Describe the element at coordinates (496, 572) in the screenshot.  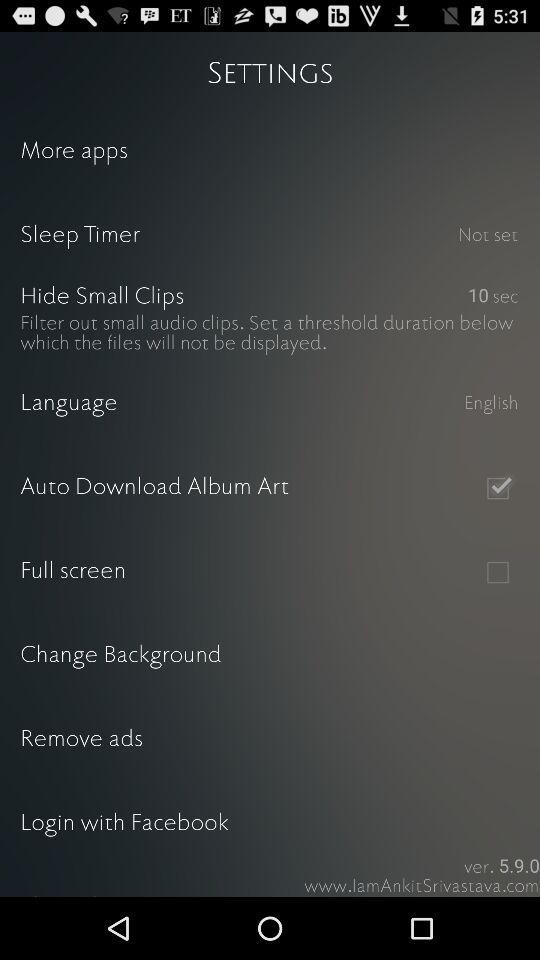
I see `ao ativar esta determinada funcionalidade voc permitira que o aplicativo abra em tela cheio` at that location.